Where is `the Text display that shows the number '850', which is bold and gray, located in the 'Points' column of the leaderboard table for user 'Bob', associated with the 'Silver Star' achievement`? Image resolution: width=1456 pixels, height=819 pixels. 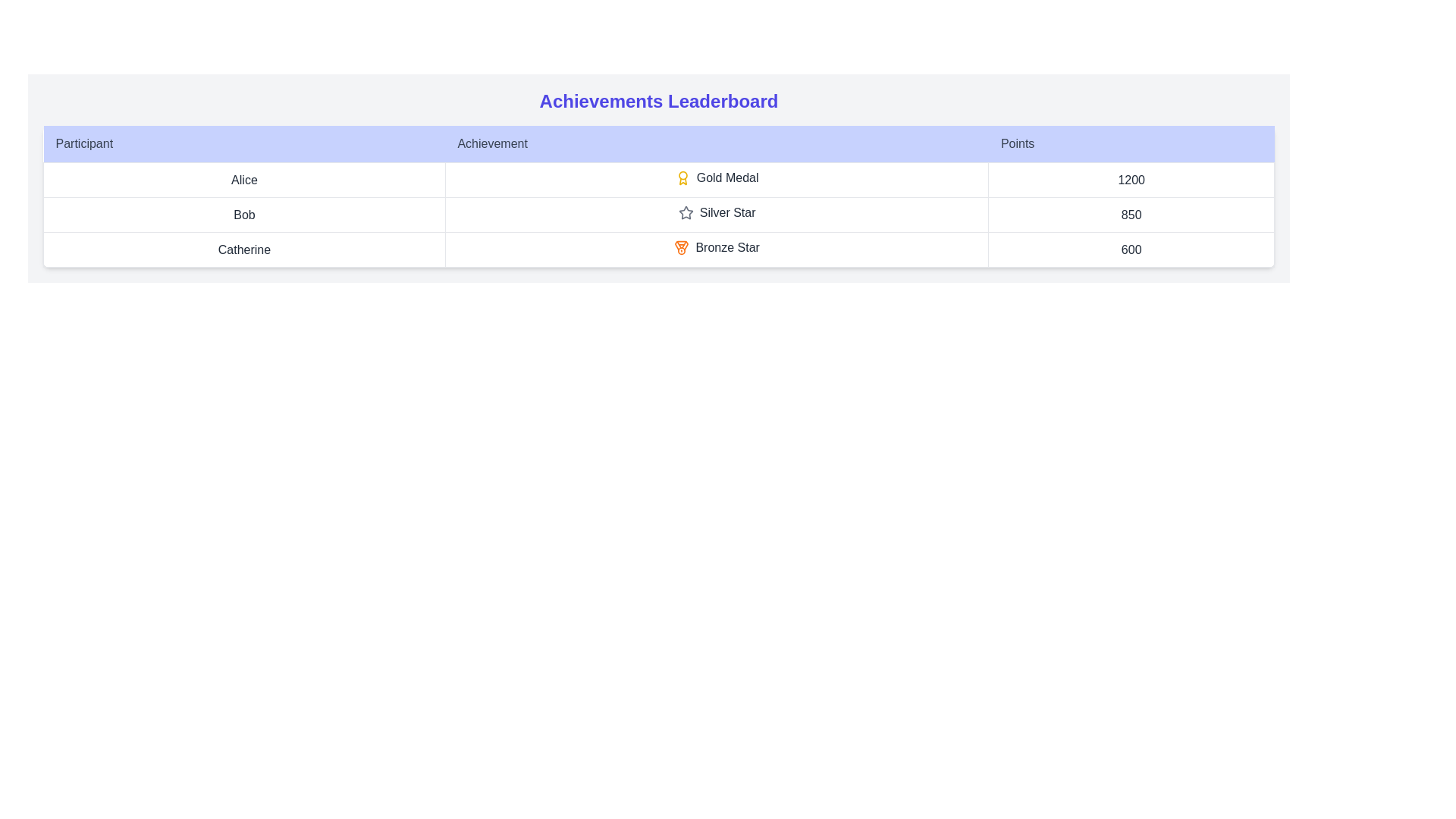 the Text display that shows the number '850', which is bold and gray, located in the 'Points' column of the leaderboard table for user 'Bob', associated with the 'Silver Star' achievement is located at coordinates (1131, 215).